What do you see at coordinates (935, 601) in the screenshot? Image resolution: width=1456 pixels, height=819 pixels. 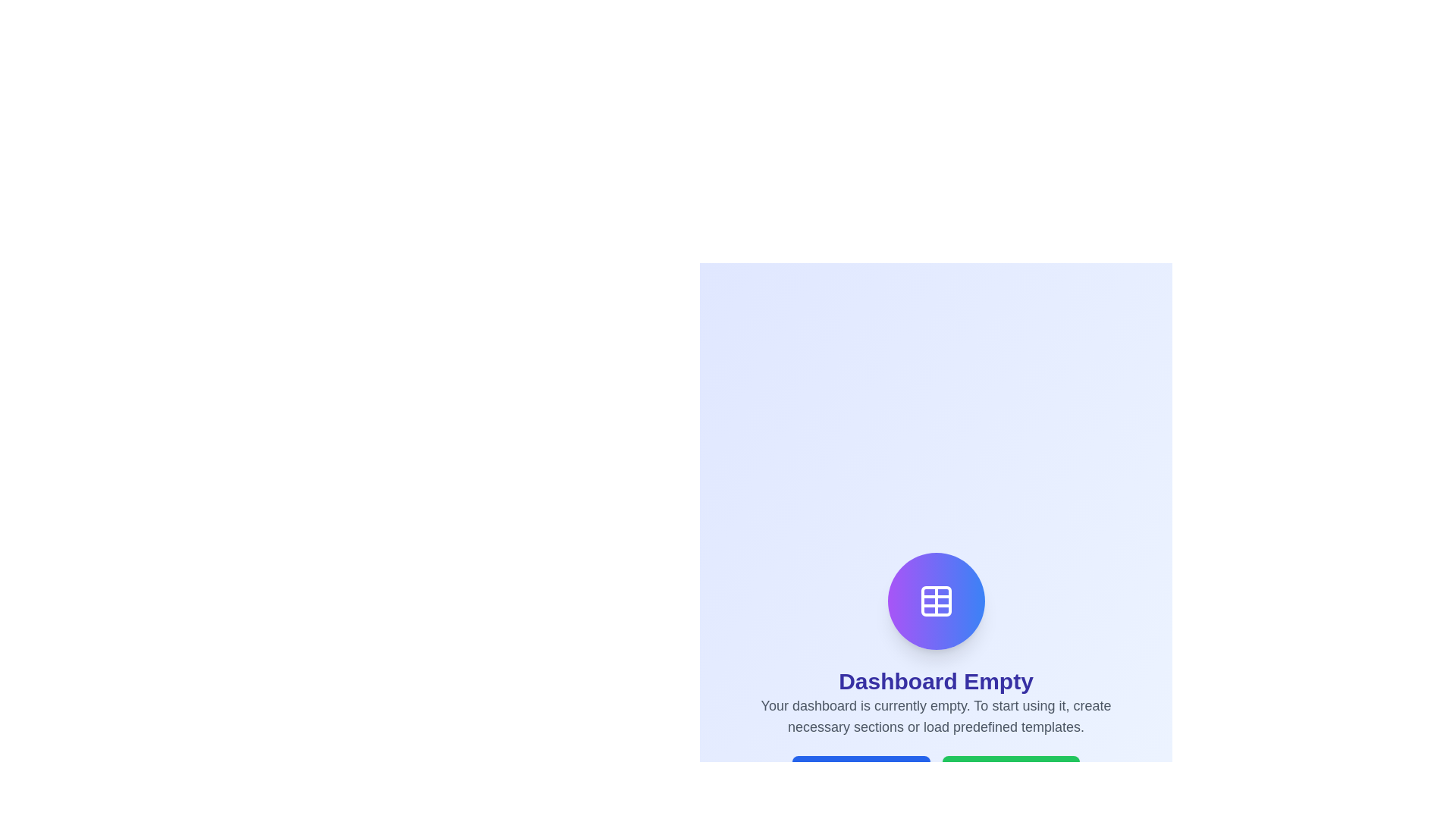 I see `the grid-like icon with a gradient background encased in a semi-transparent rounded rectangle` at bounding box center [935, 601].